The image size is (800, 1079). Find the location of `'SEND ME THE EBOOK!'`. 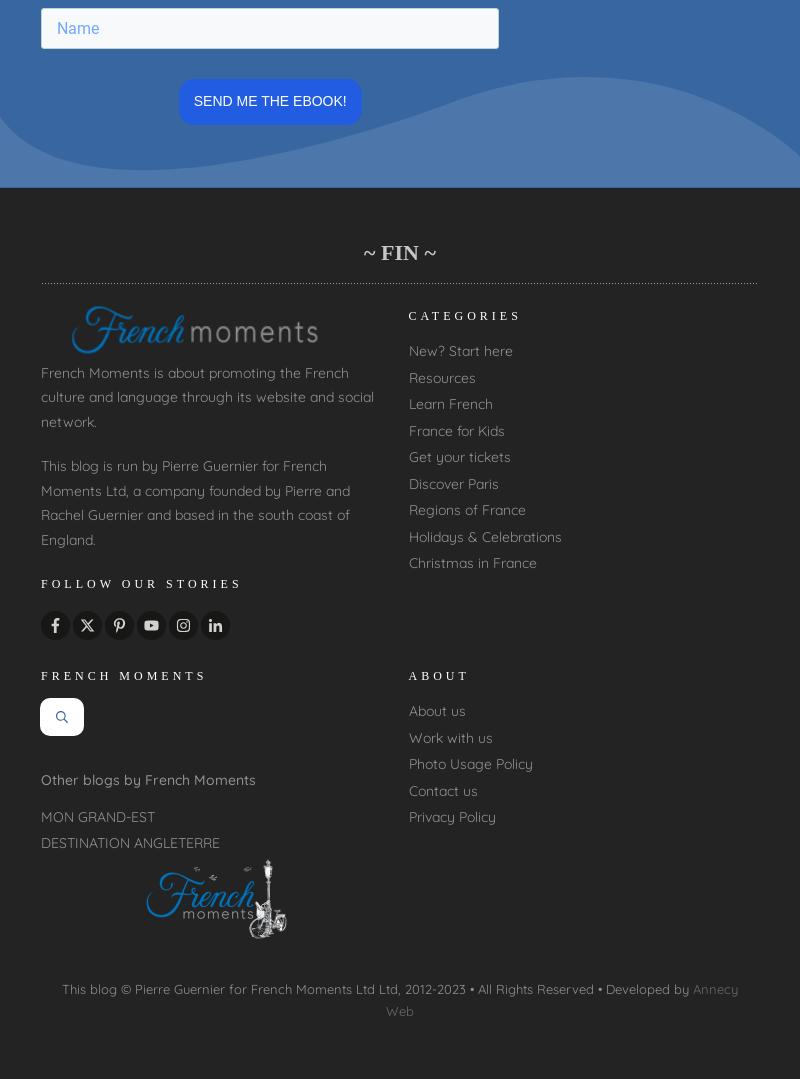

'SEND ME THE EBOOK!' is located at coordinates (269, 100).